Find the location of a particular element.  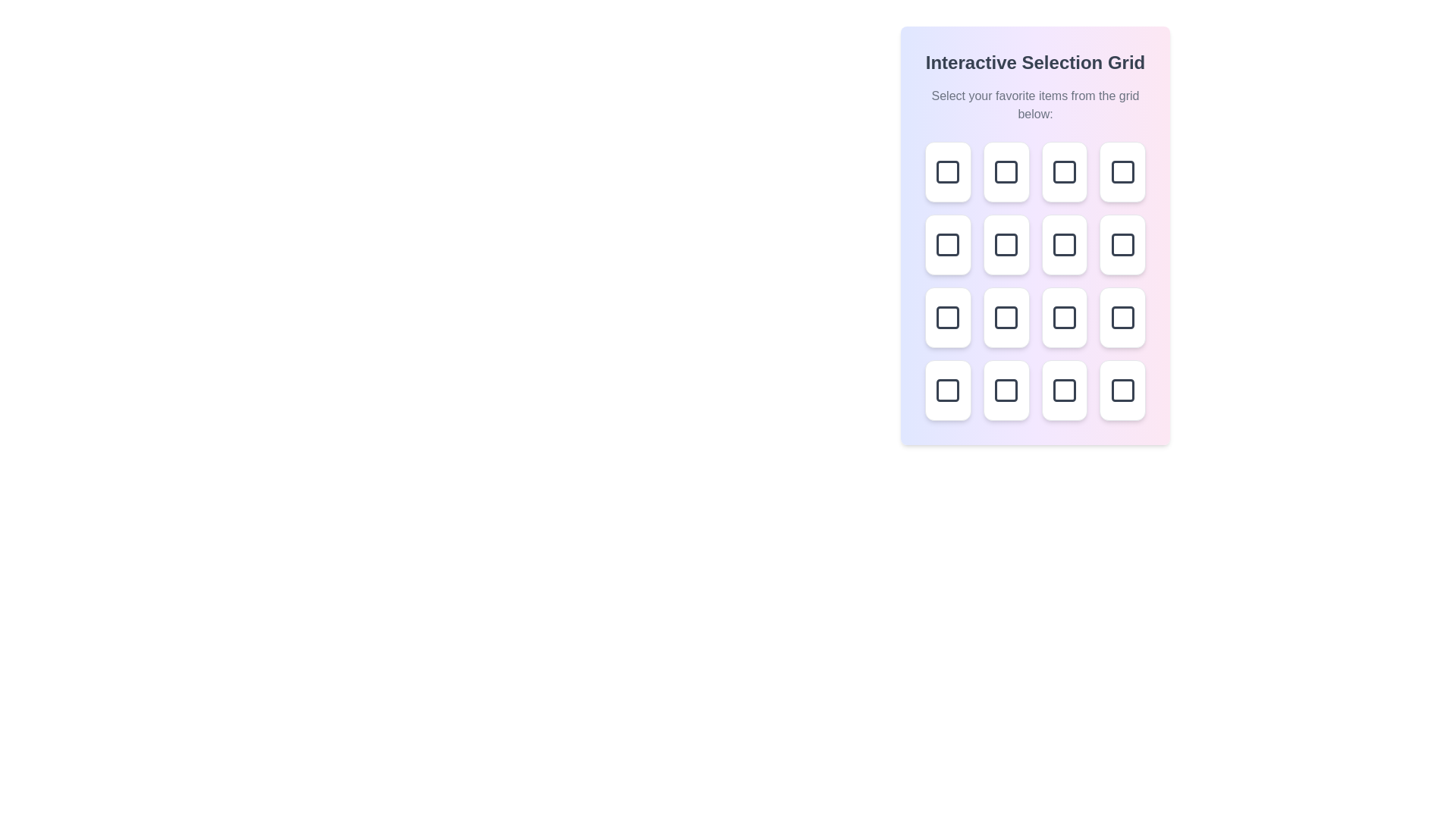

the interactive selection button located in the second row, third column of the 'Interactive Selection Grid' is located at coordinates (1006, 244).